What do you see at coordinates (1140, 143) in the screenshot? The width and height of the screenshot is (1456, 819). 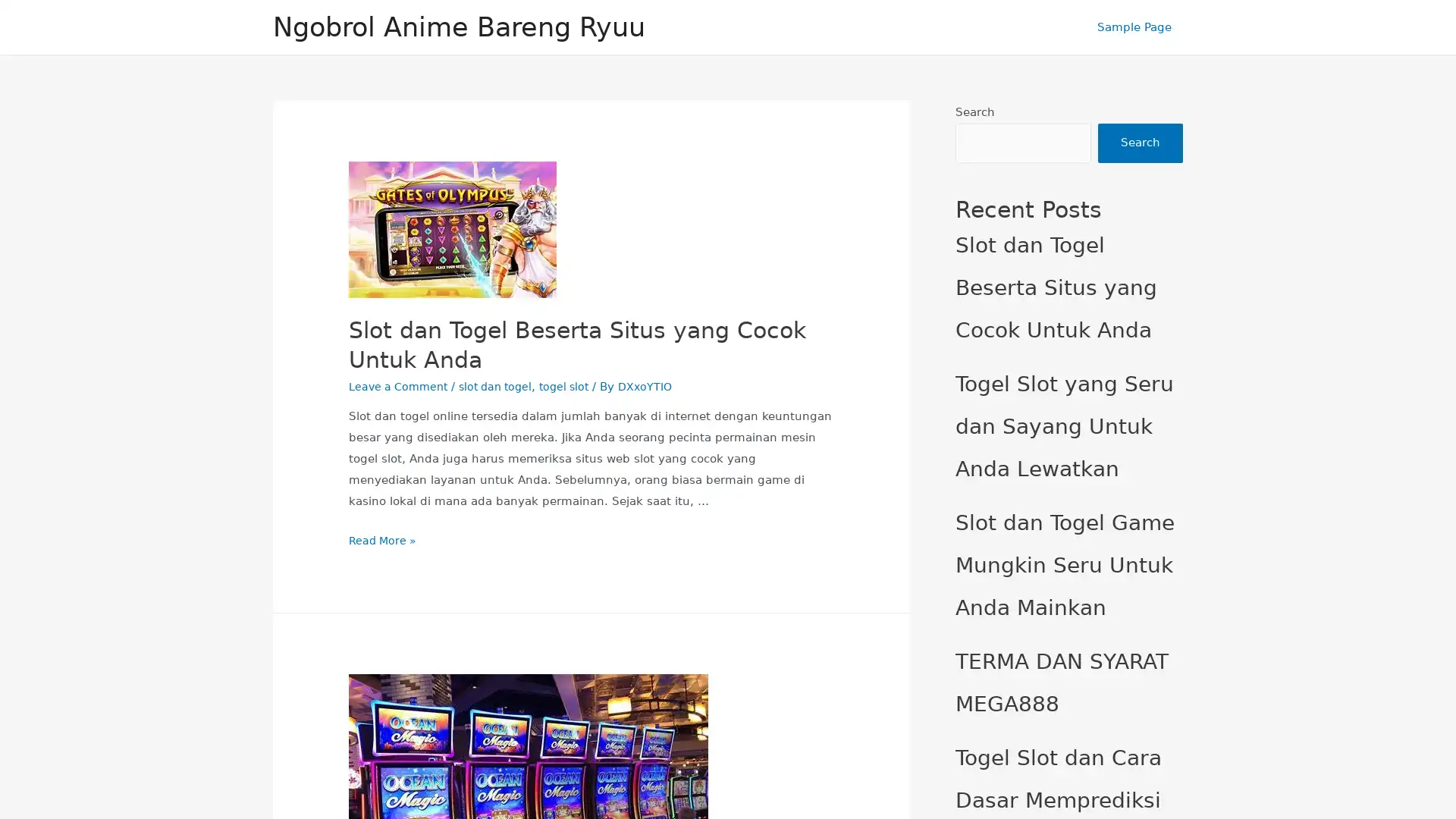 I see `Search` at bounding box center [1140, 143].